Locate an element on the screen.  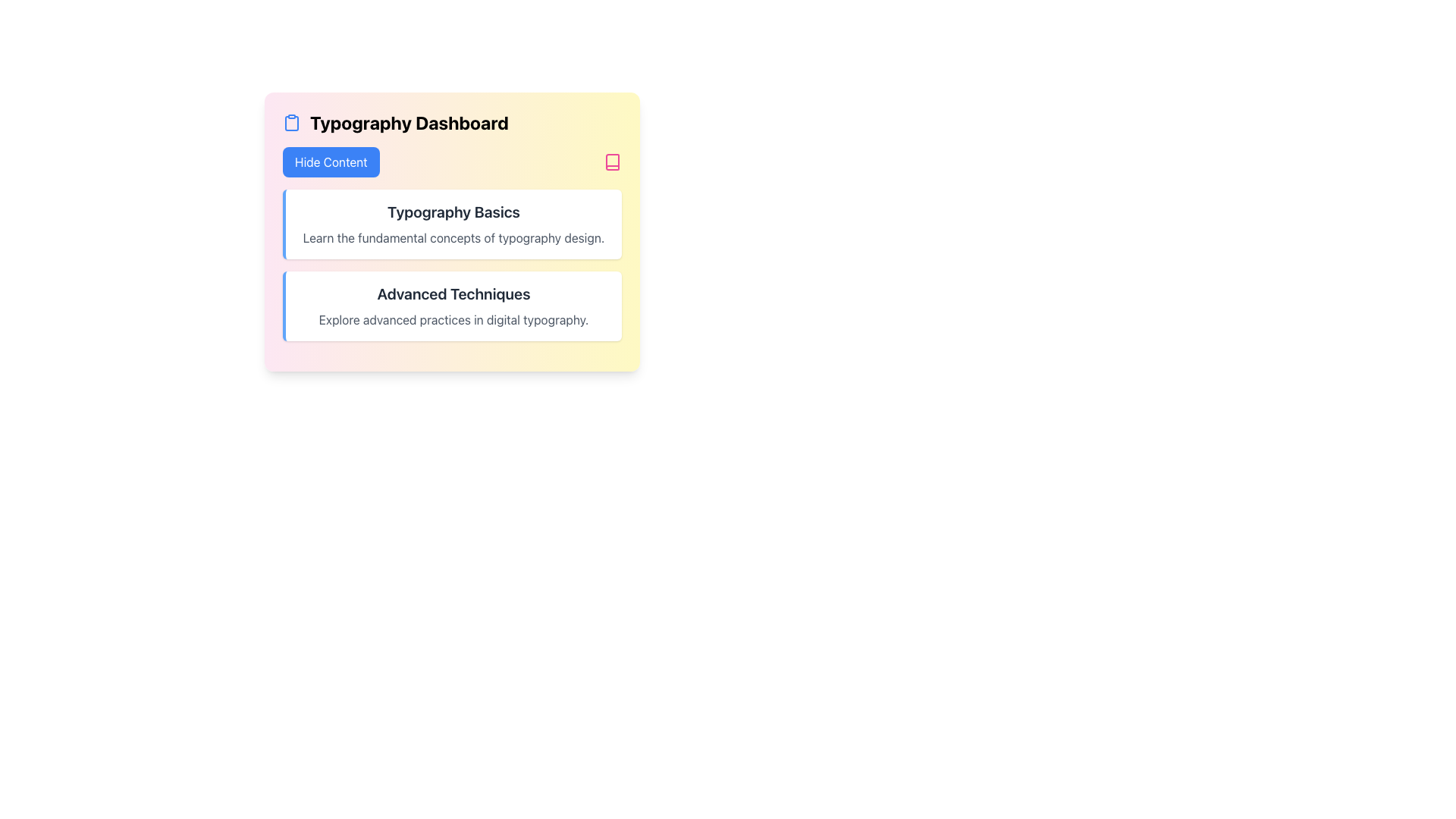
the Informative Section titled 'Typography Basics', which is located between the 'Hide Content' button and the 'Advanced Techniques' section on the Typography Dashboard is located at coordinates (451, 243).